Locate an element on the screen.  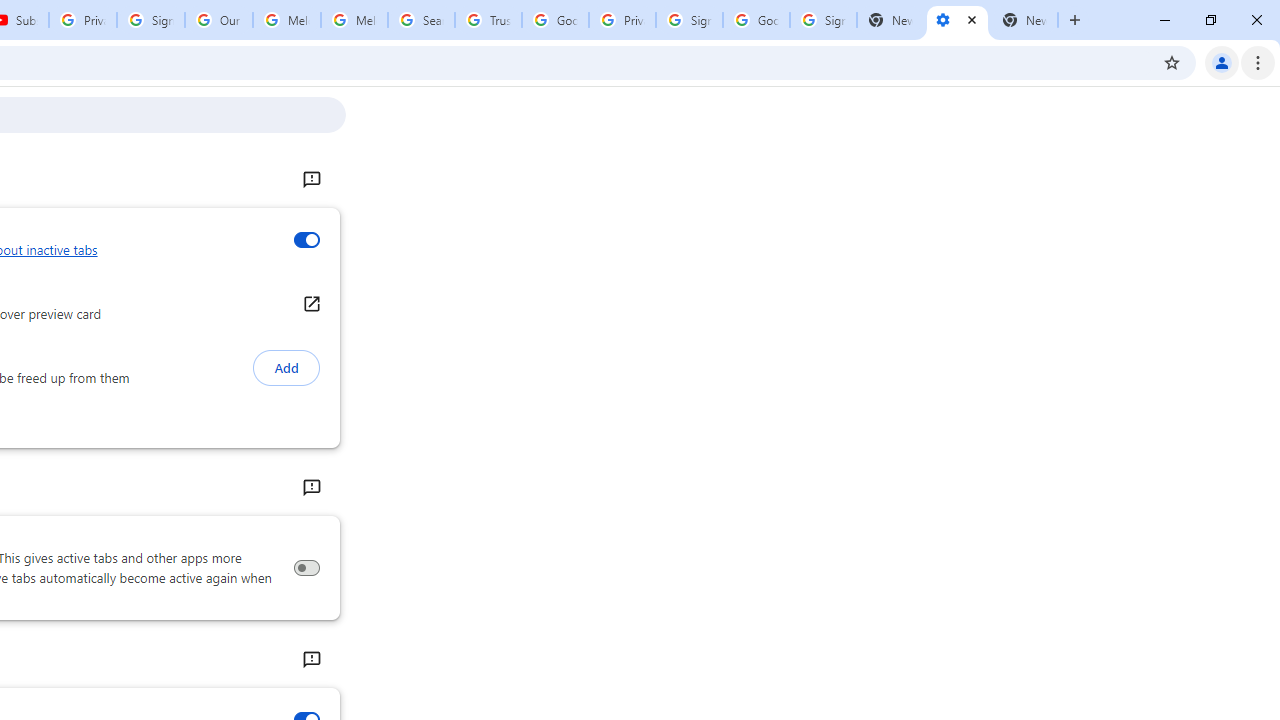
'Add to the "always keep these sites active" list' is located at coordinates (285, 368).